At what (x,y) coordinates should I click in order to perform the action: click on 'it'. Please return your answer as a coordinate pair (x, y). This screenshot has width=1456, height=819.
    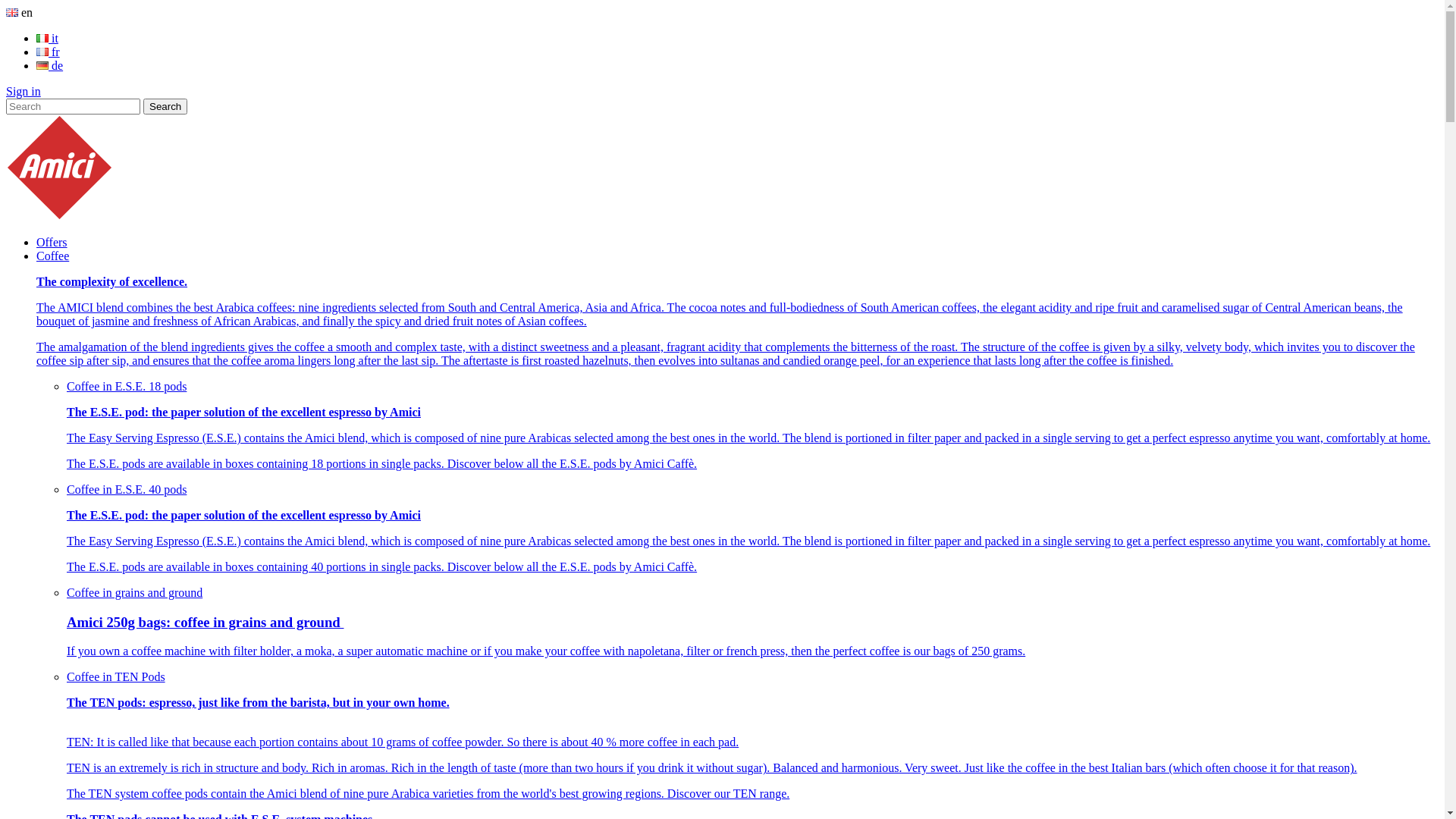
    Looking at the image, I should click on (47, 37).